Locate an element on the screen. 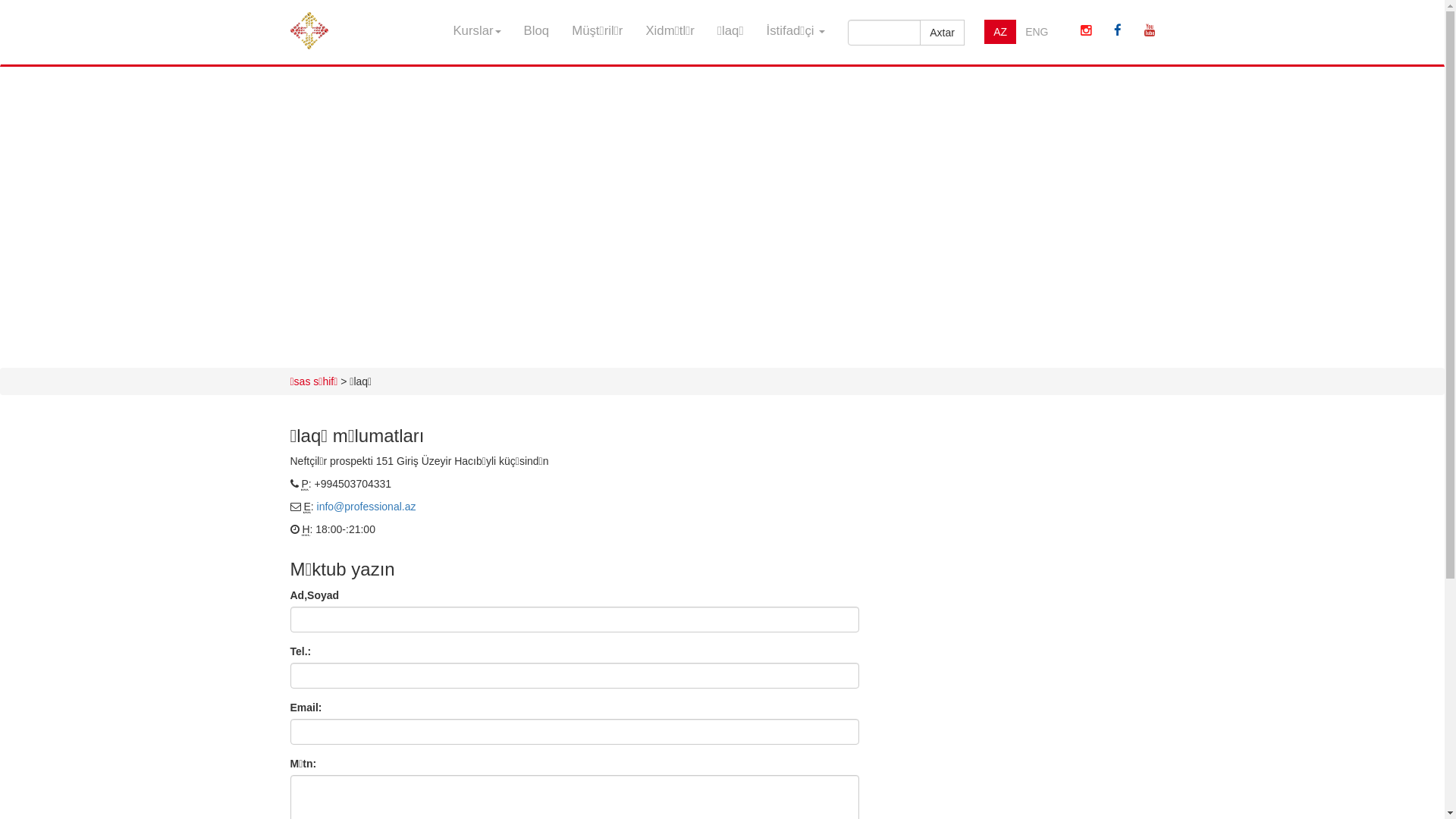  'AZ' is located at coordinates (1000, 32).